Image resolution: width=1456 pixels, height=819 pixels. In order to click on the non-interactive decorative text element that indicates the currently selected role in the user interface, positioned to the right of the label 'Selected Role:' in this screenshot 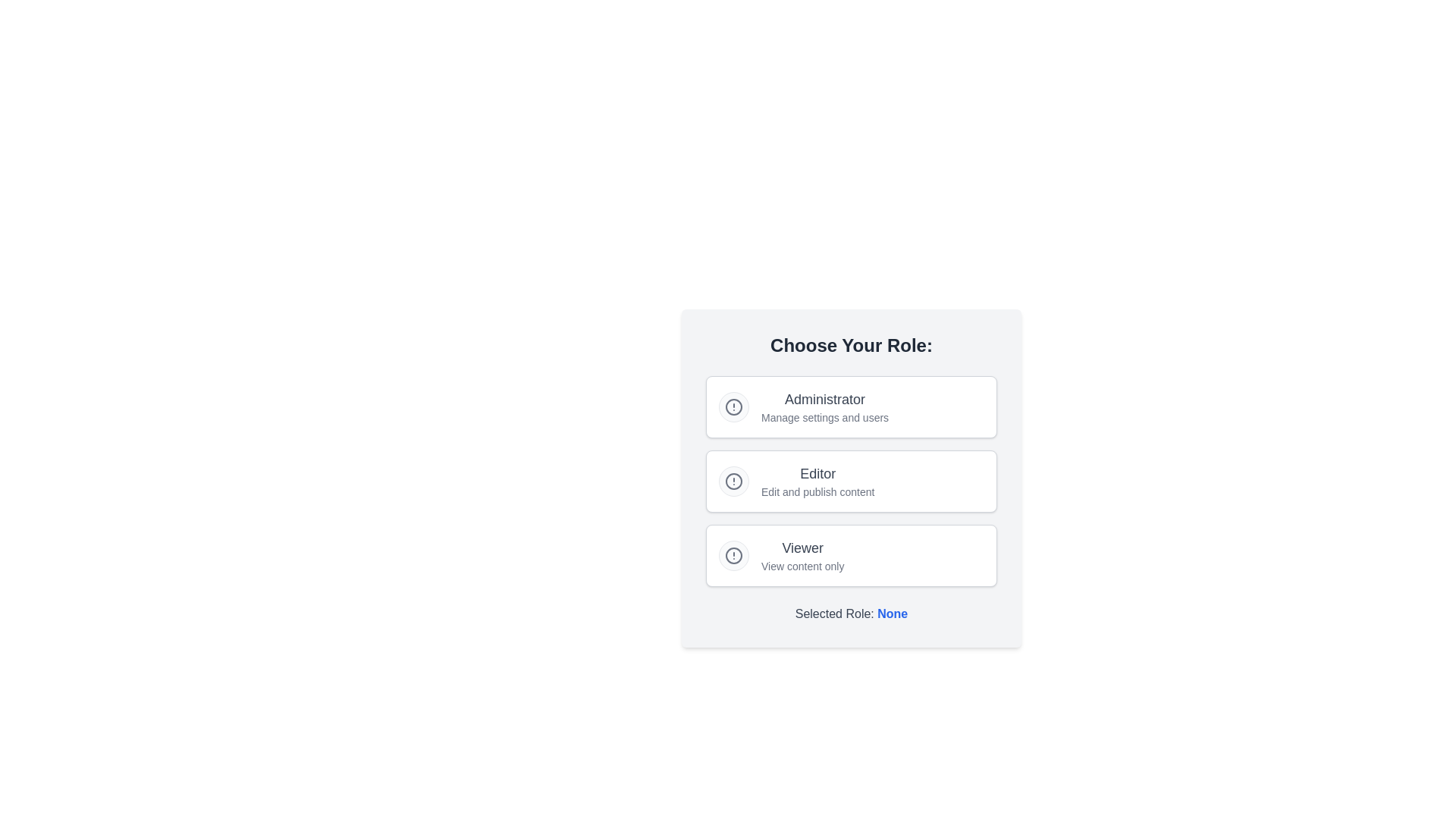, I will do `click(893, 613)`.